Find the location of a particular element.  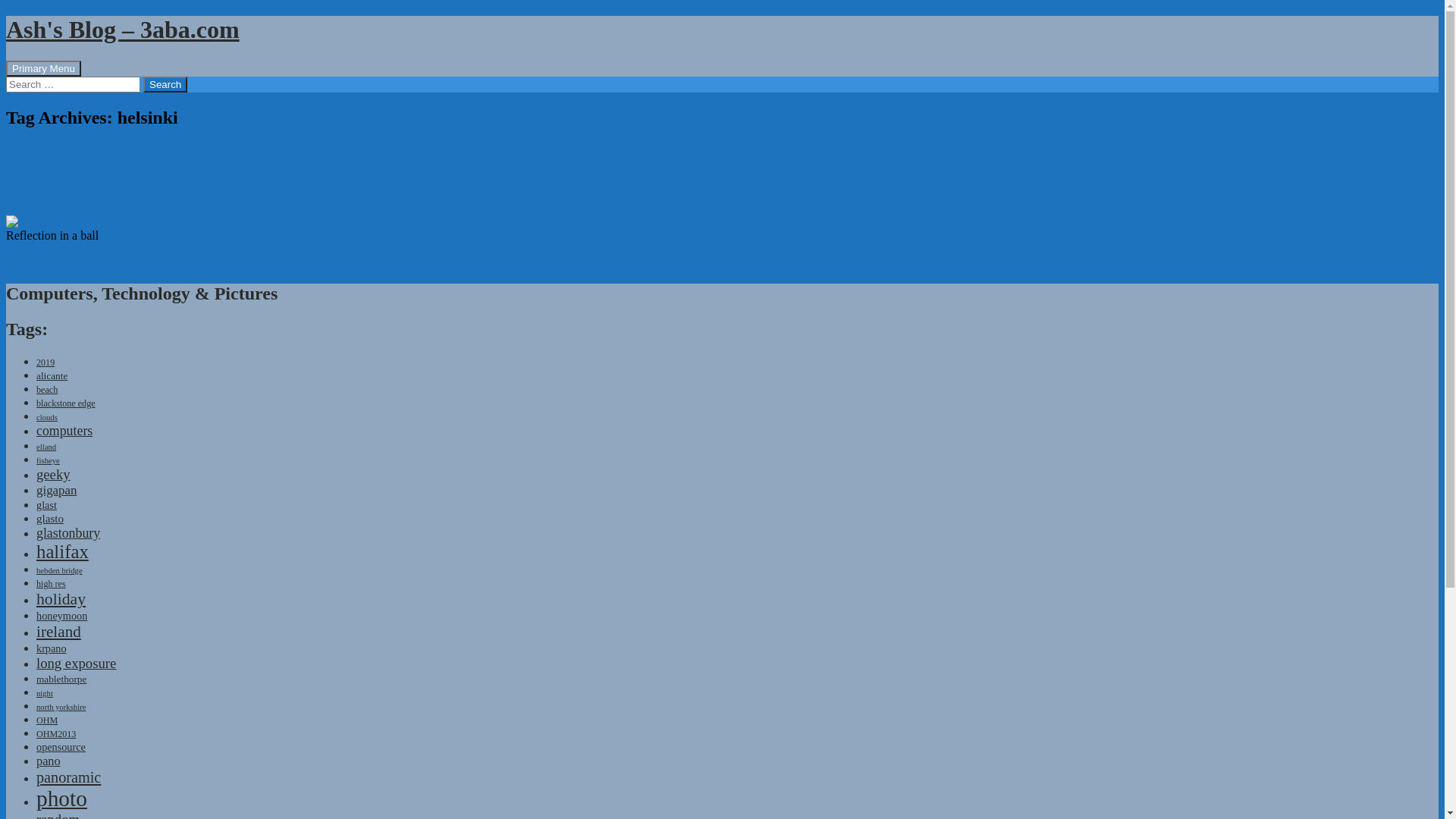

'hebden bridge' is located at coordinates (59, 570).